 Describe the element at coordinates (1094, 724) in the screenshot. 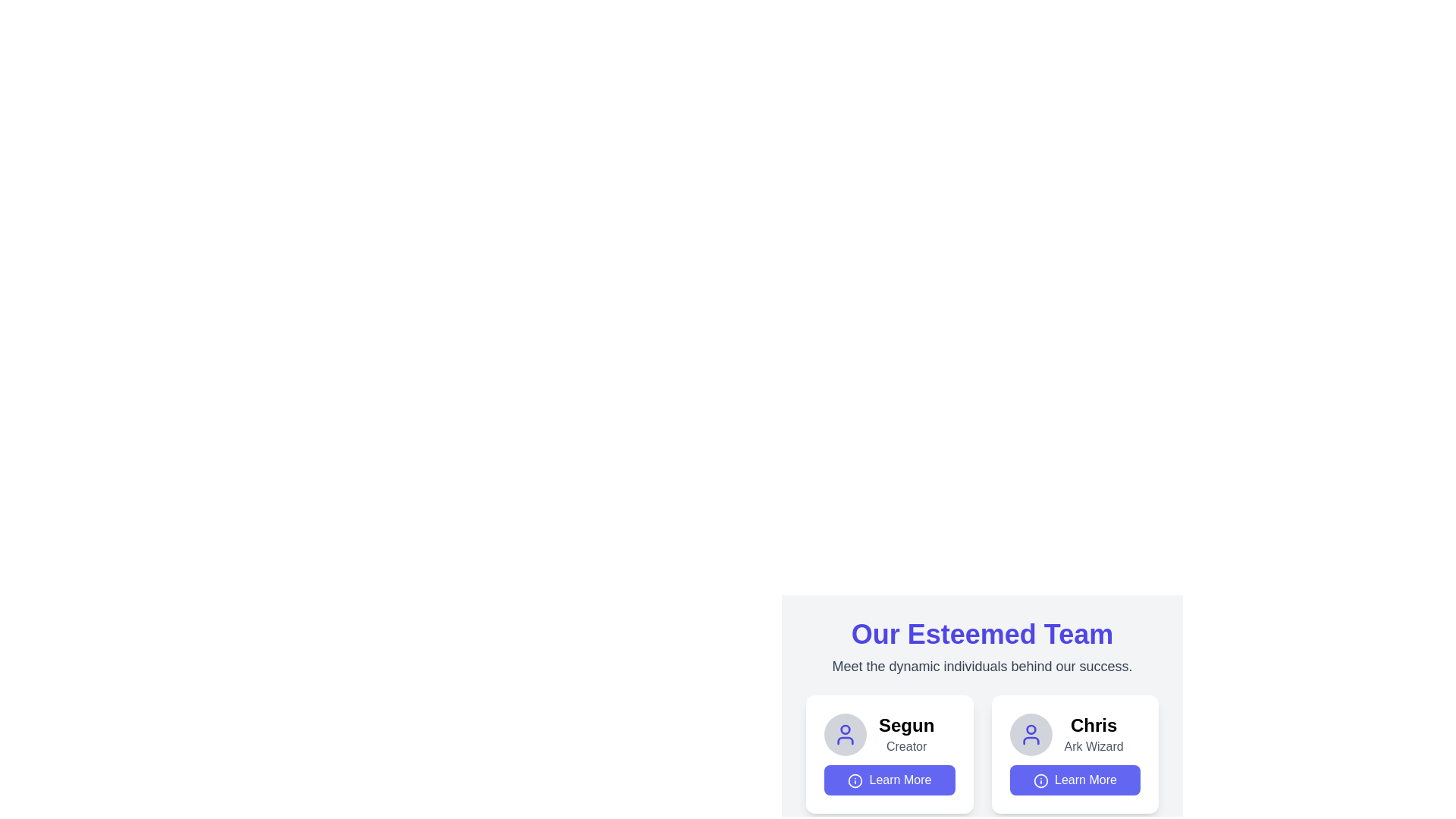

I see `the static text label that identifies a team member, positioned in the second card of the team member section, above 'Ark Wizard' and to the right of 'Segun'` at that location.